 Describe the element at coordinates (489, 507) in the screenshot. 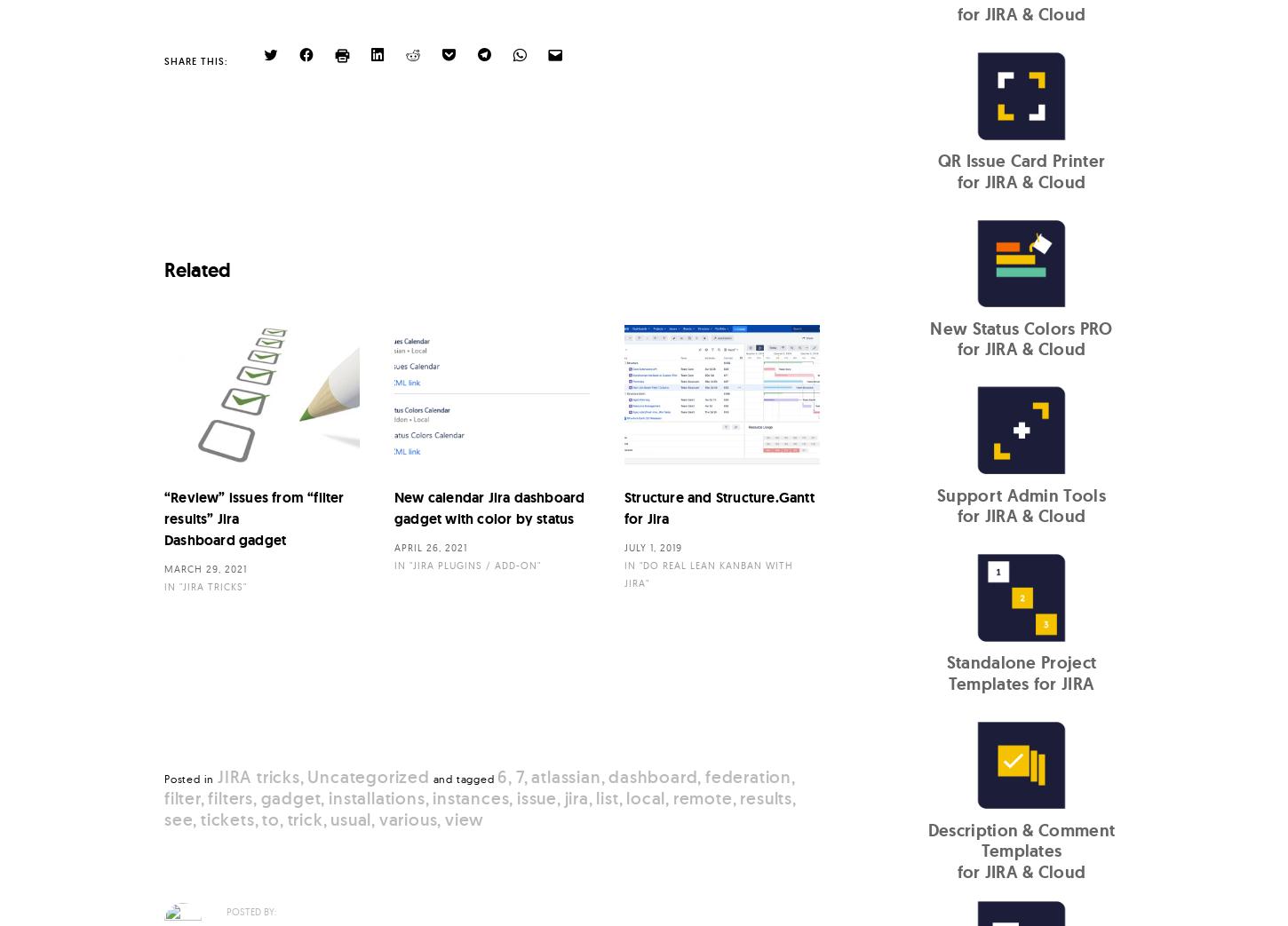

I see `'New calendar Jira dashboard gadget with color by status'` at that location.